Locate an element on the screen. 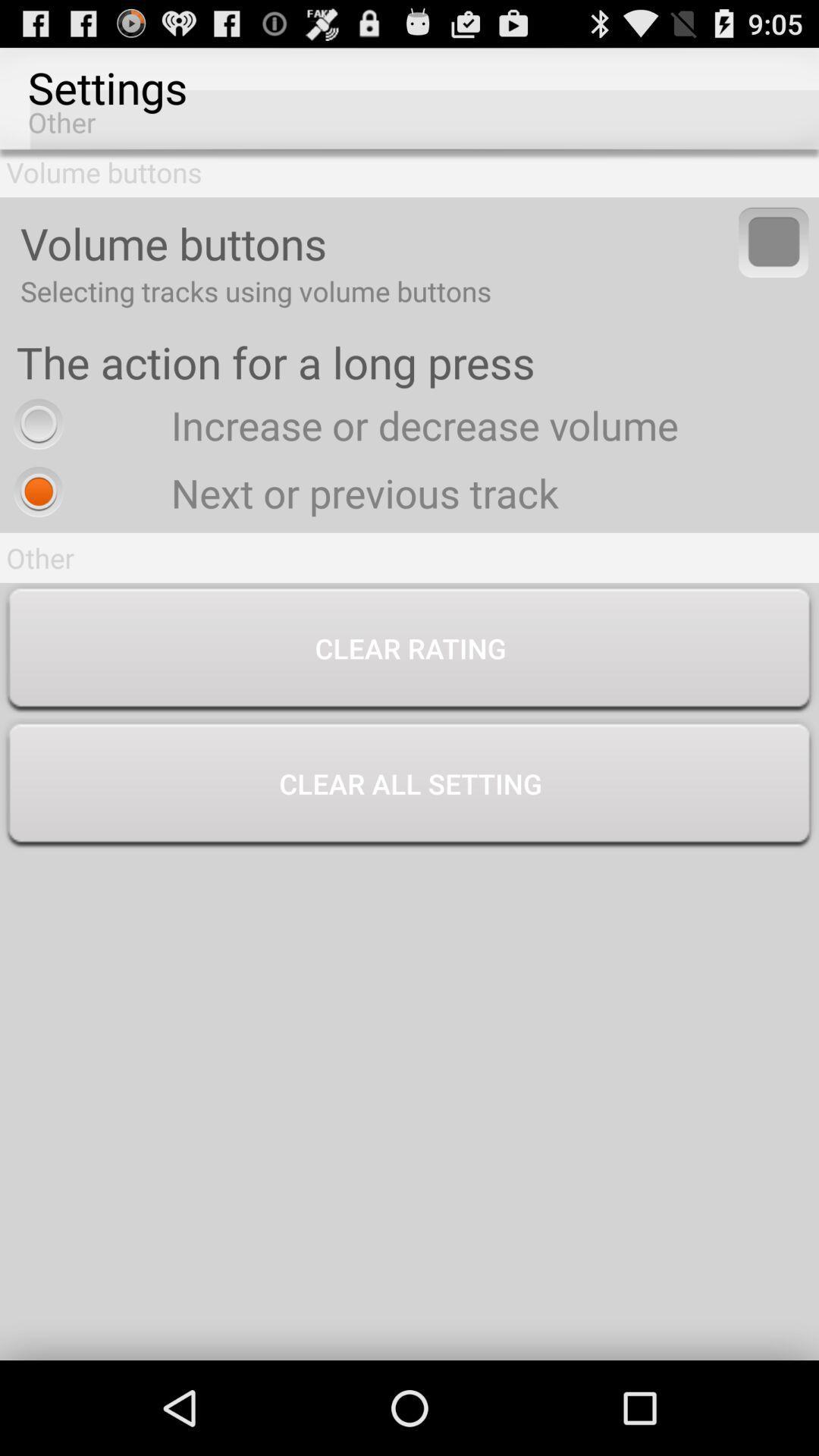 This screenshot has height=1456, width=819. to select tracks using volume buttons is located at coordinates (773, 241).